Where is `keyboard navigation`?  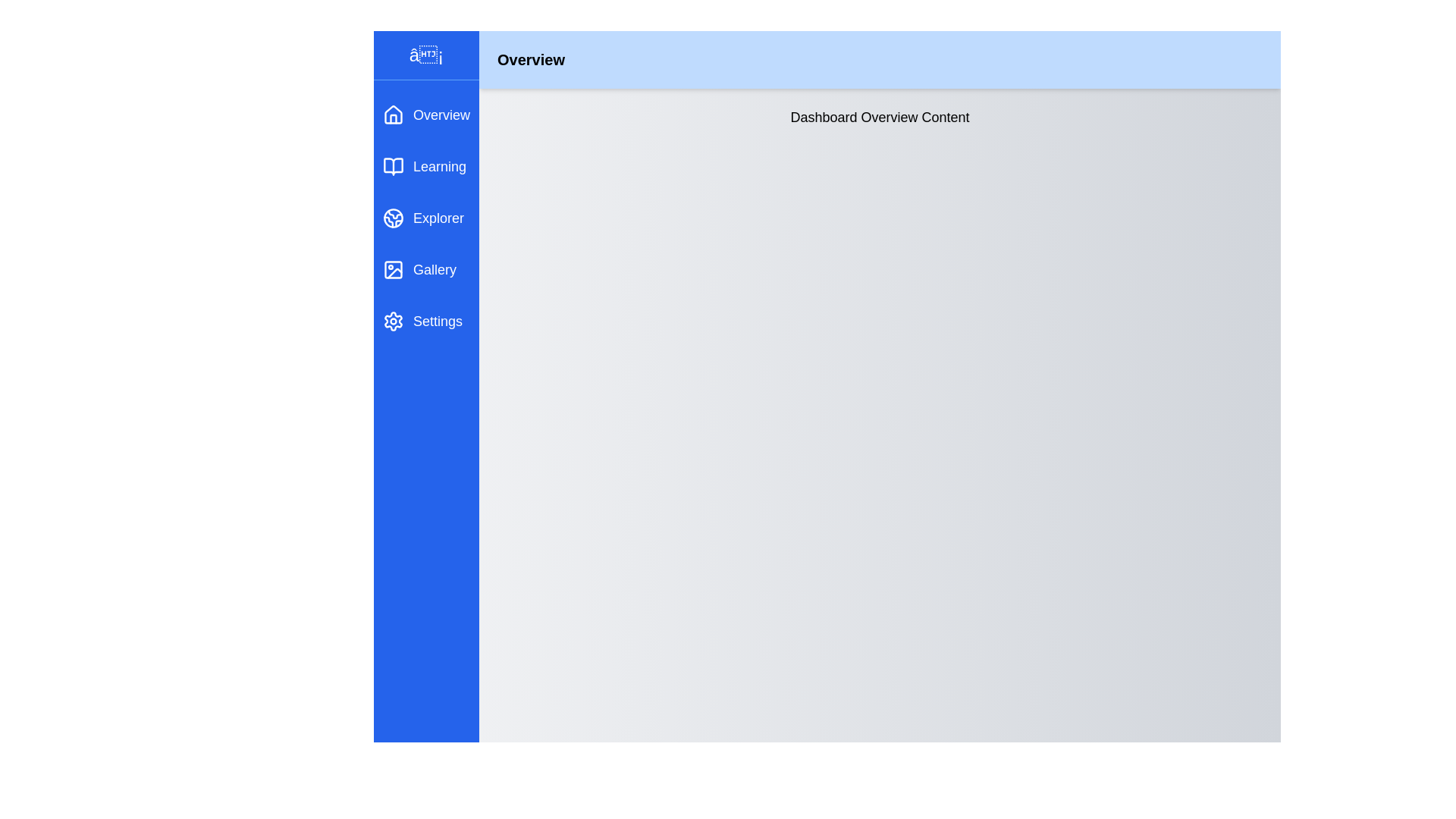 keyboard navigation is located at coordinates (425, 166).